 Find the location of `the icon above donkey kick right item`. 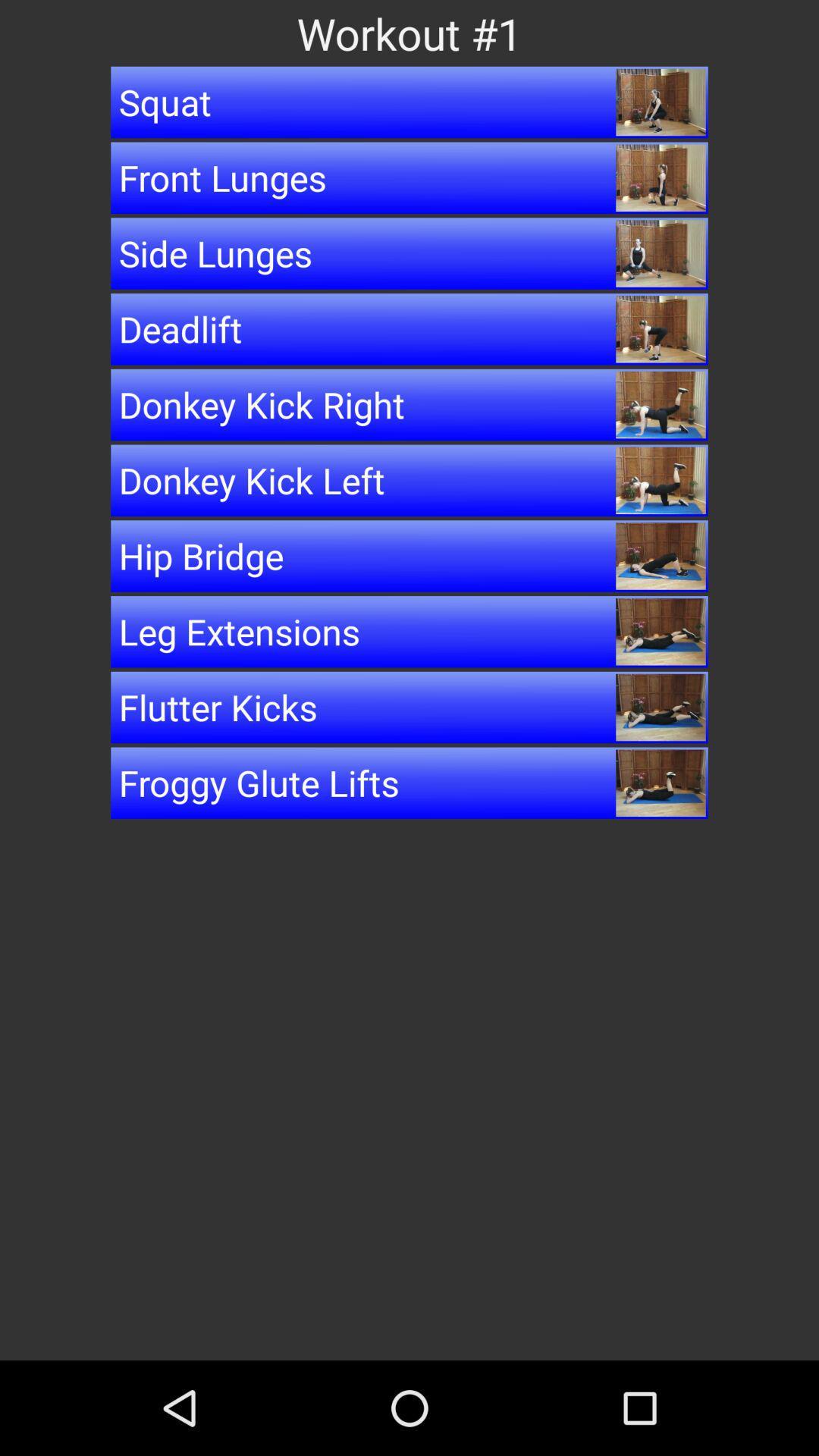

the icon above donkey kick right item is located at coordinates (409, 328).